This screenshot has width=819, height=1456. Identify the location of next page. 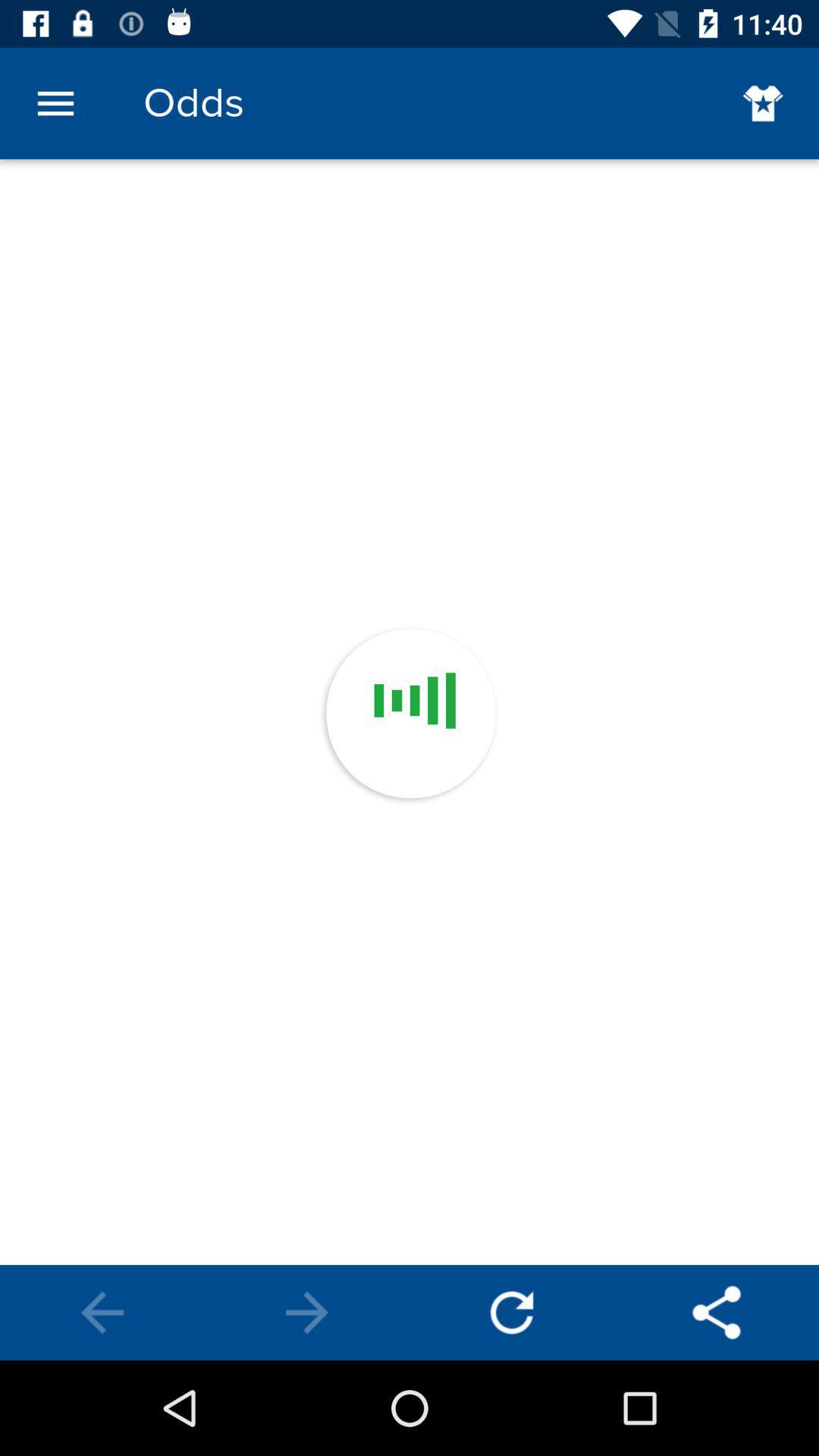
(307, 1312).